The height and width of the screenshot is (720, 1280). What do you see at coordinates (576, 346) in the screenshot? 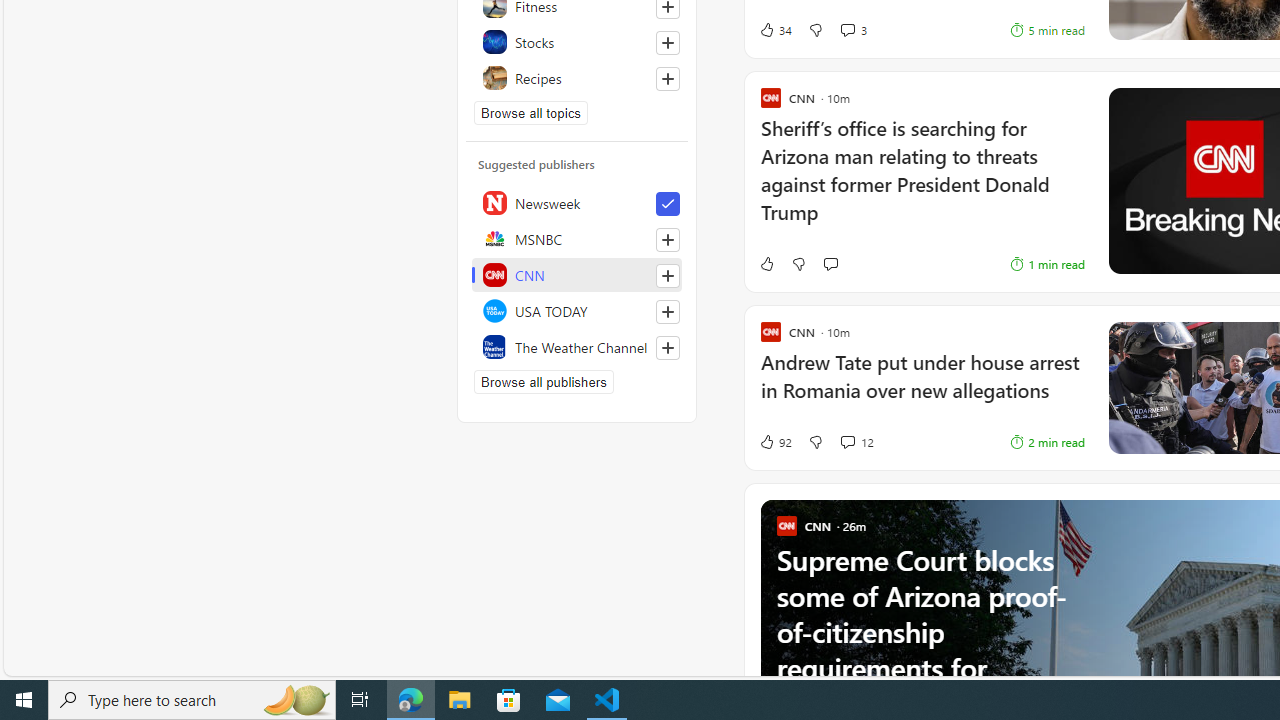
I see `'The Weather Channel'` at bounding box center [576, 346].